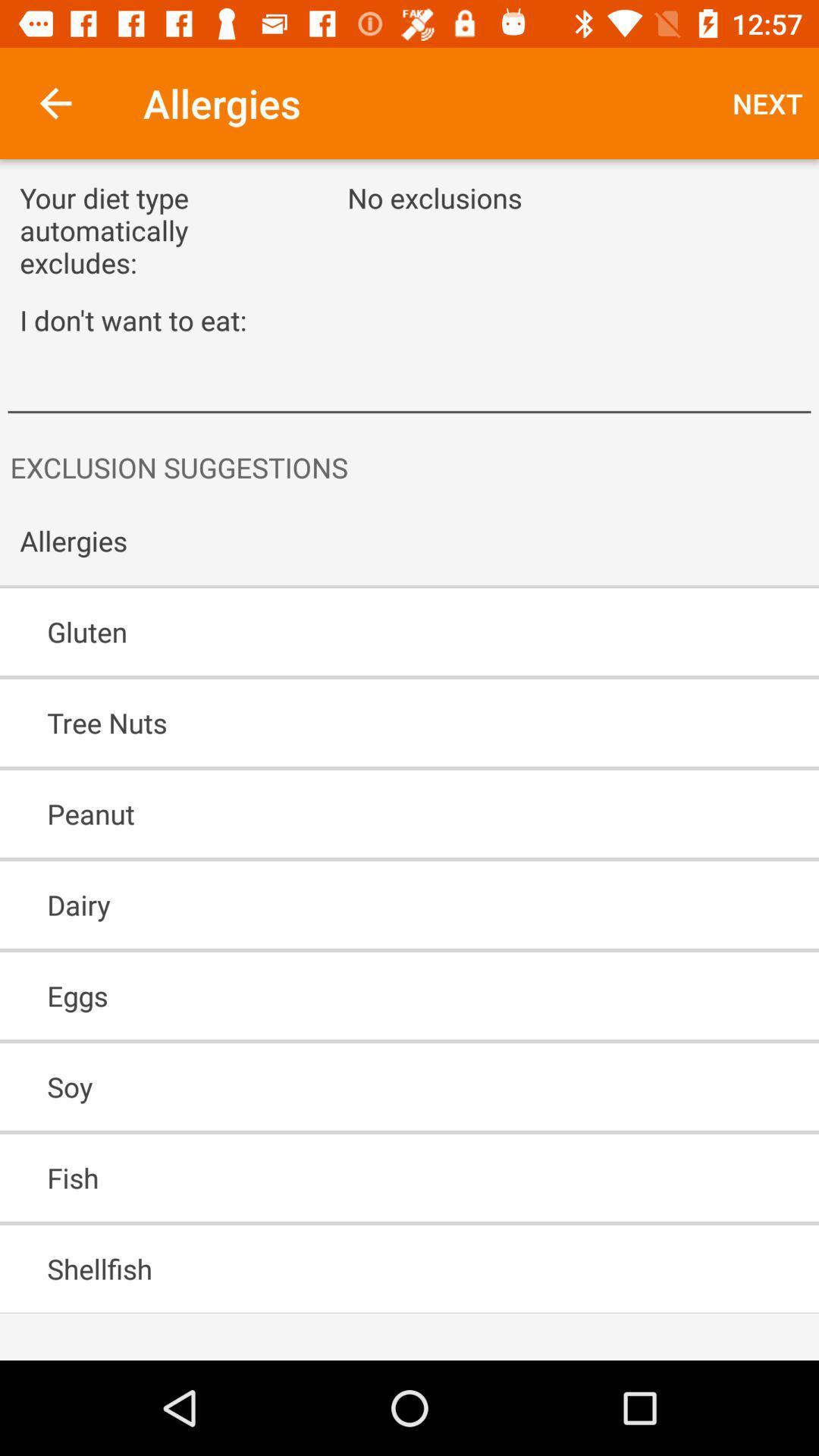  What do you see at coordinates (366, 722) in the screenshot?
I see `the icon below the     gluten` at bounding box center [366, 722].